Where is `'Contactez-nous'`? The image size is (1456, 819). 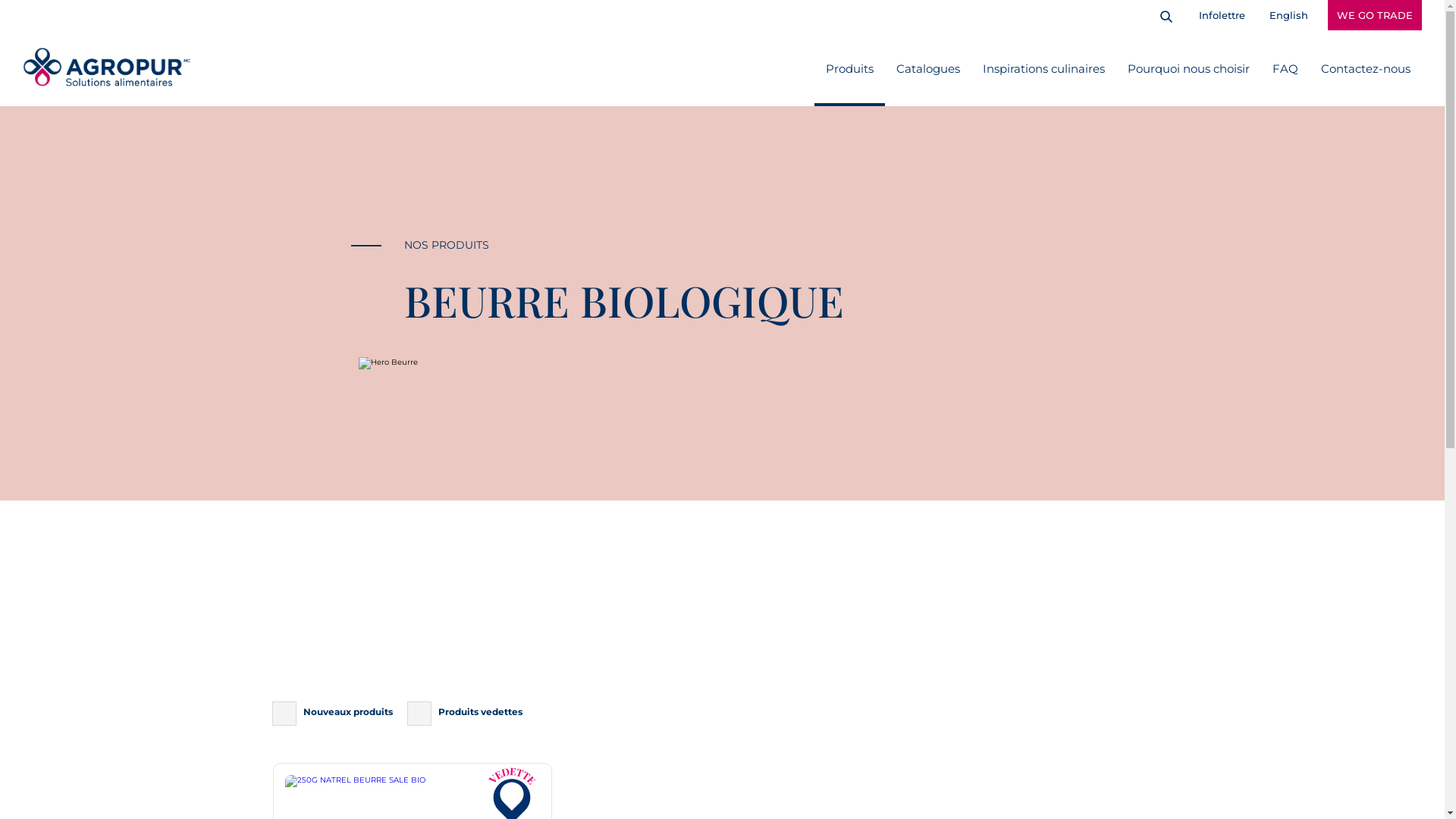
'Contactez-nous' is located at coordinates (1365, 67).